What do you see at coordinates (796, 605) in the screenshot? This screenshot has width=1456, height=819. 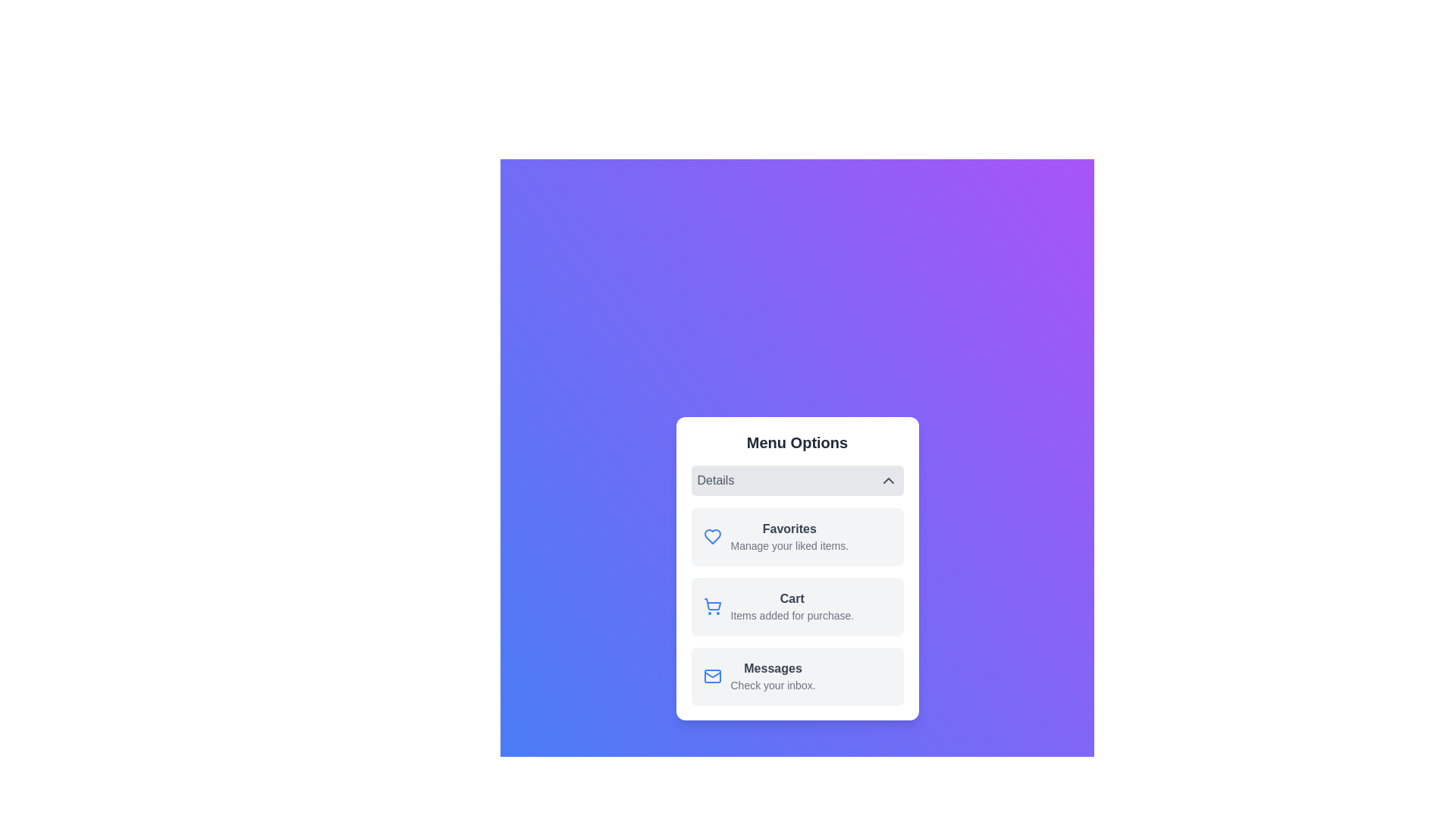 I see `the menu item labeled Cart` at bounding box center [796, 605].